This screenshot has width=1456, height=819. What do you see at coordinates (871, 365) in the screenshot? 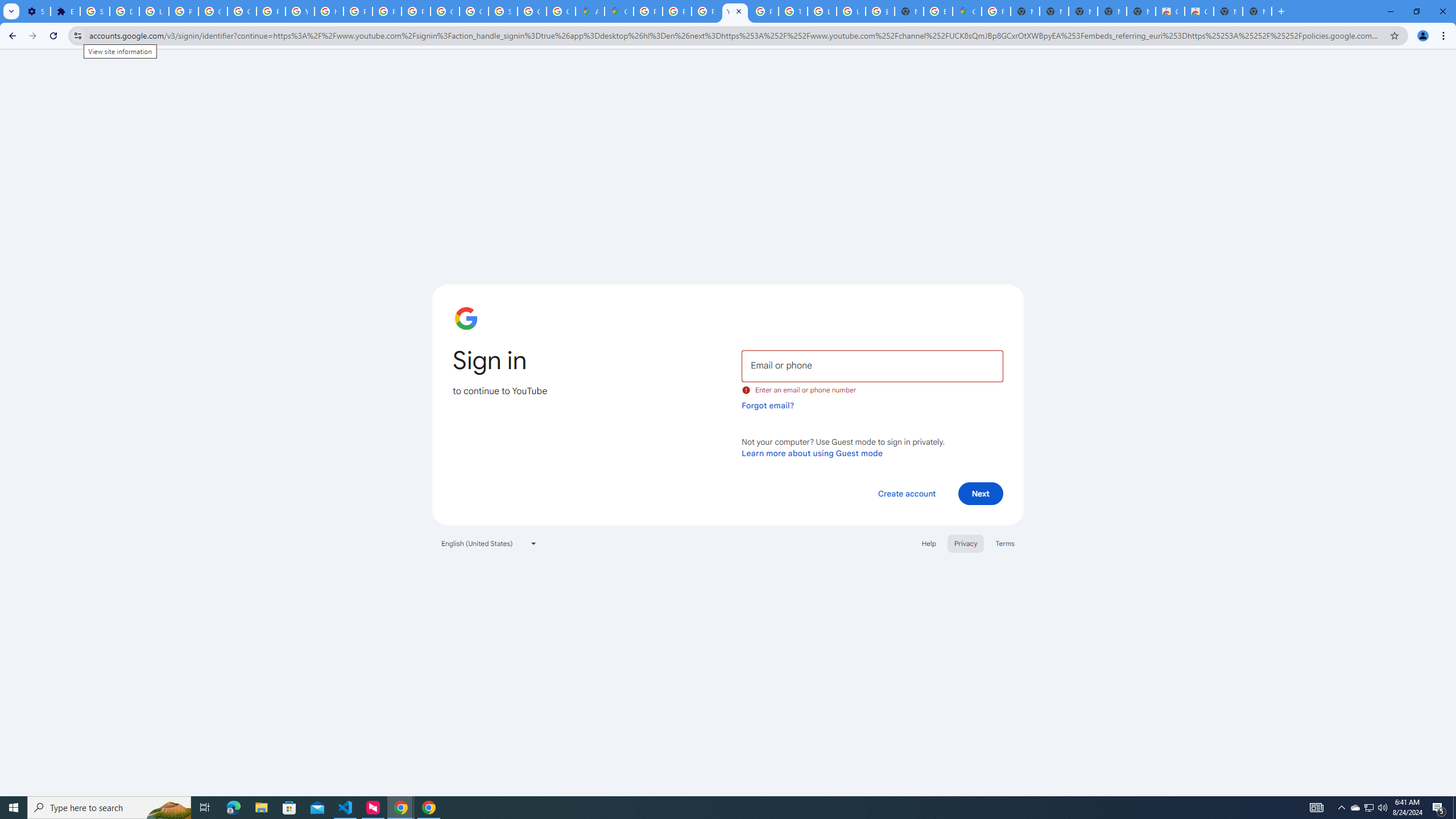
I see `'Email or phone'` at bounding box center [871, 365].